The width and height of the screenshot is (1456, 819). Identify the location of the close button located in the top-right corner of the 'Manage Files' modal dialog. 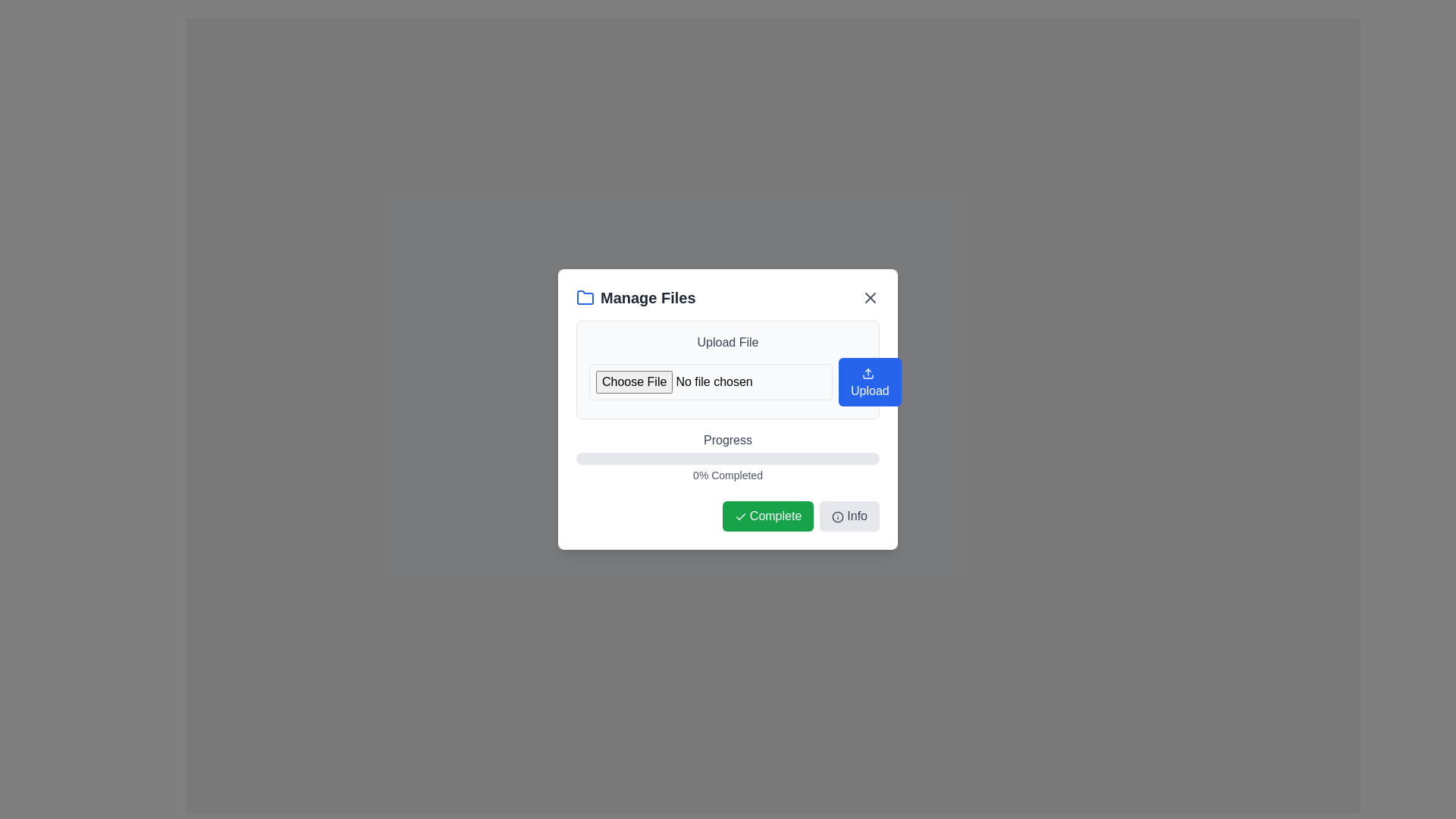
(870, 298).